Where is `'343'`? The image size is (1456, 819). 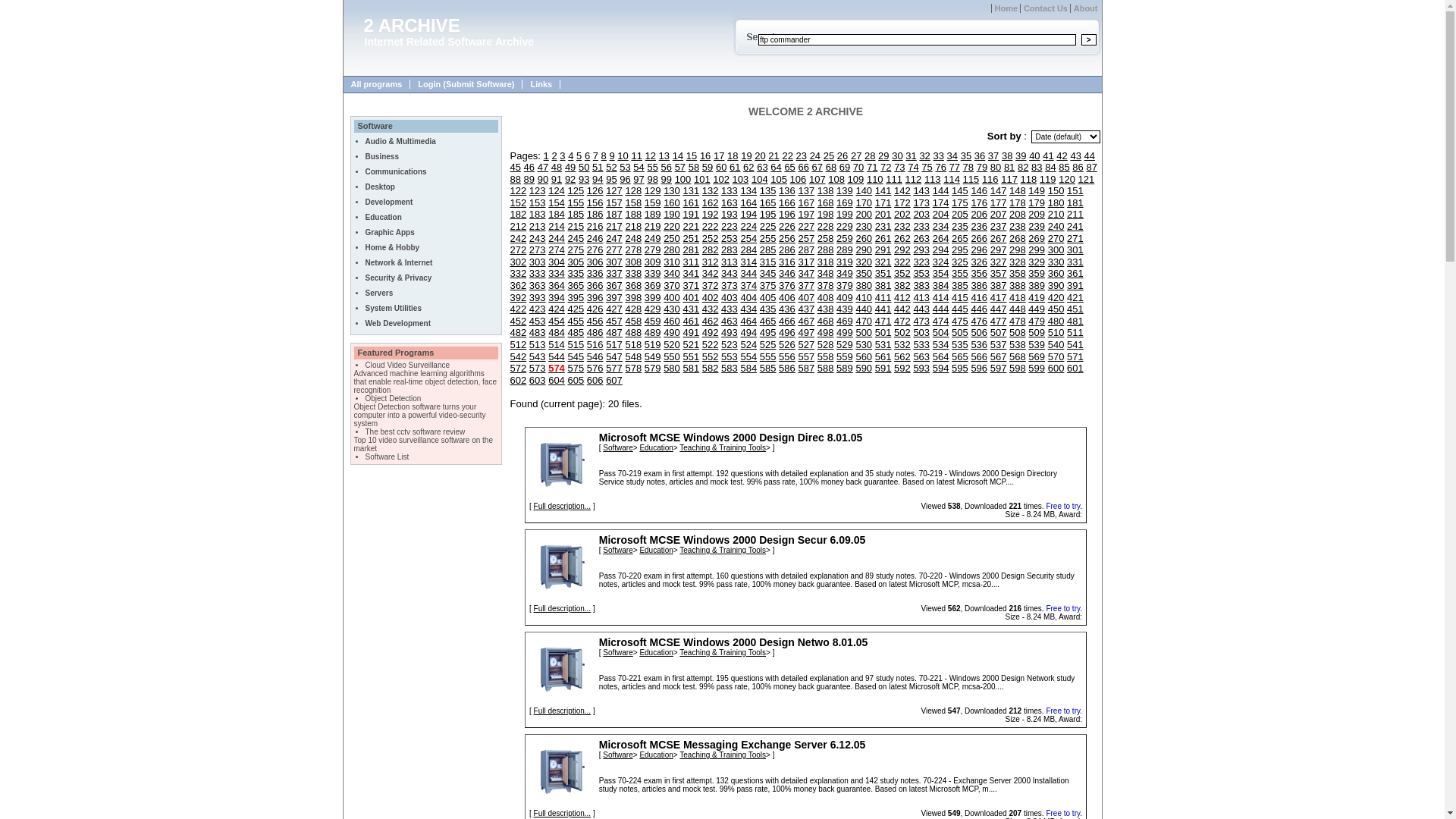 '343' is located at coordinates (729, 273).